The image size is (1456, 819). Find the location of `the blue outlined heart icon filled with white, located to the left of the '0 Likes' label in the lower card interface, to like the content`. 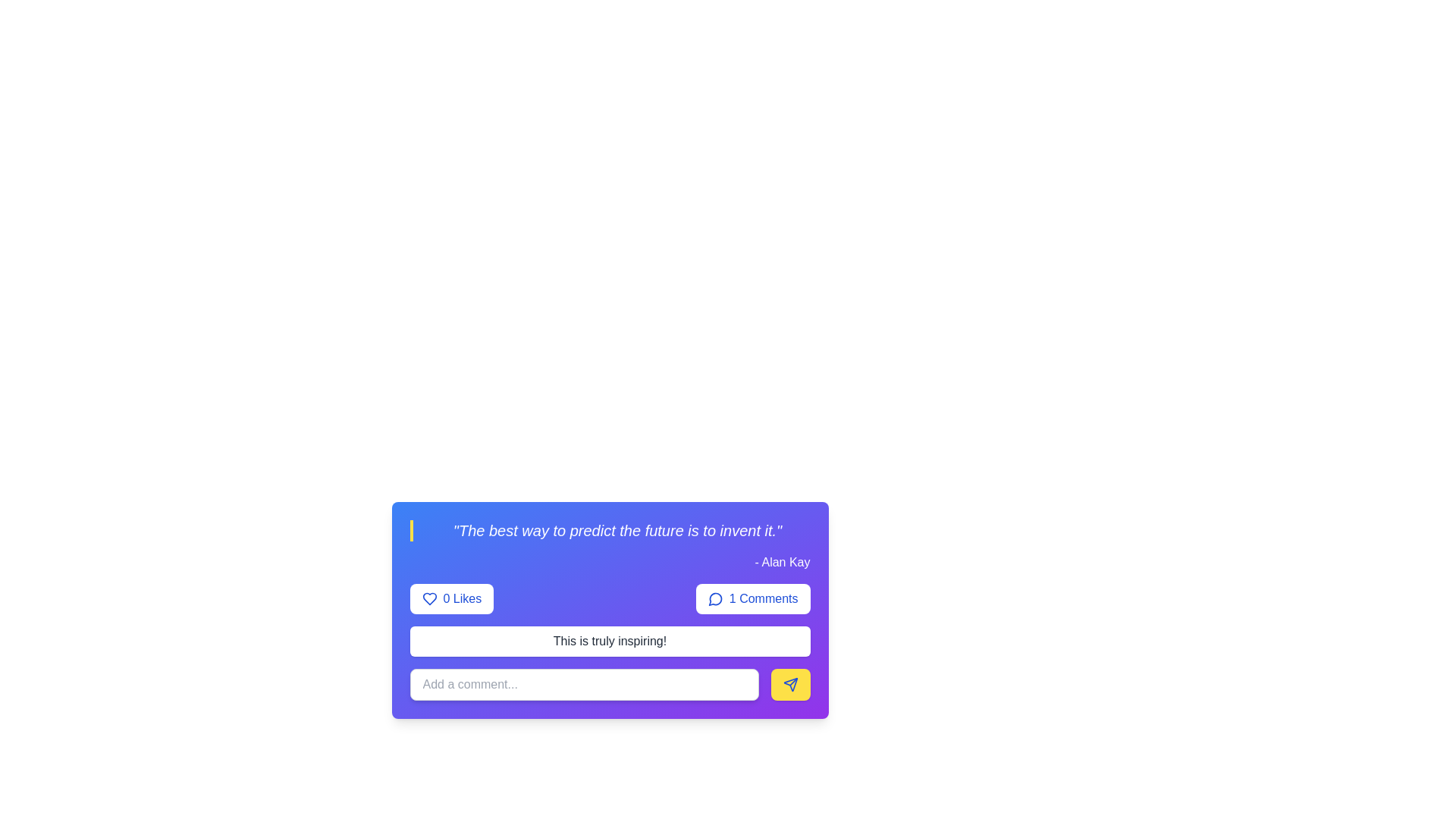

the blue outlined heart icon filled with white, located to the left of the '0 Likes' label in the lower card interface, to like the content is located at coordinates (428, 598).